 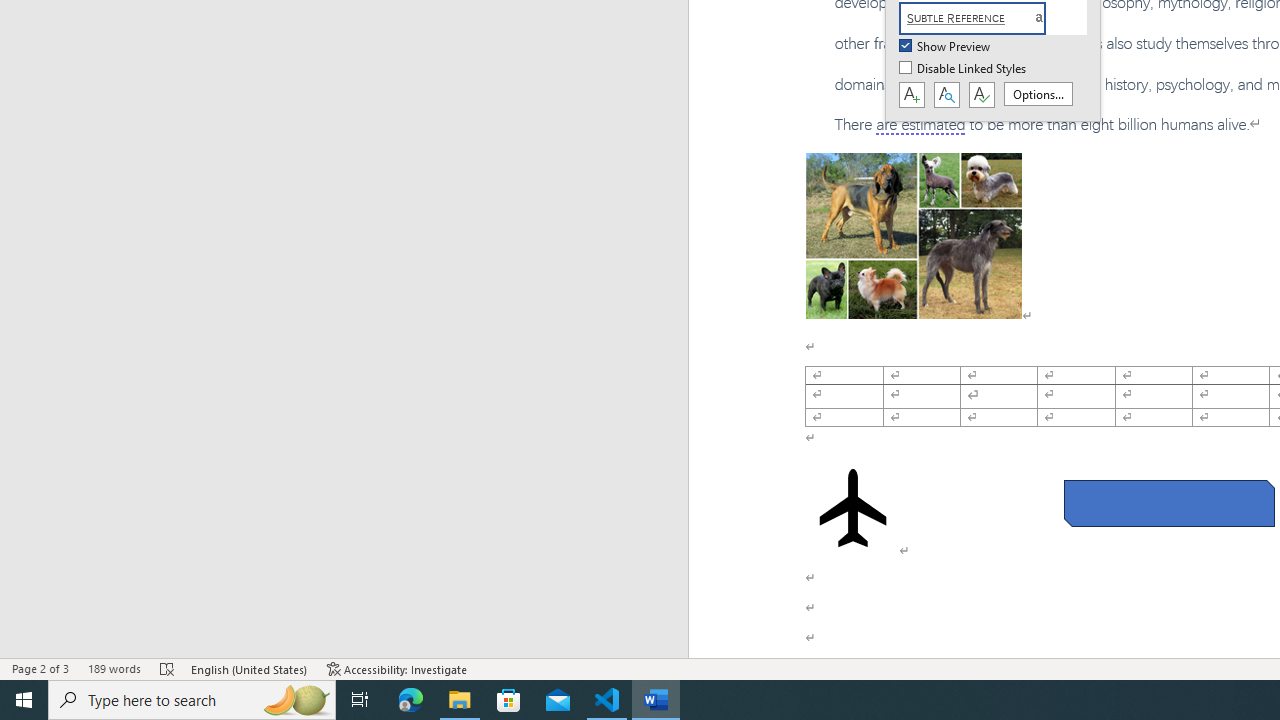 I want to click on 'Subtle Reference', so click(x=984, y=18).